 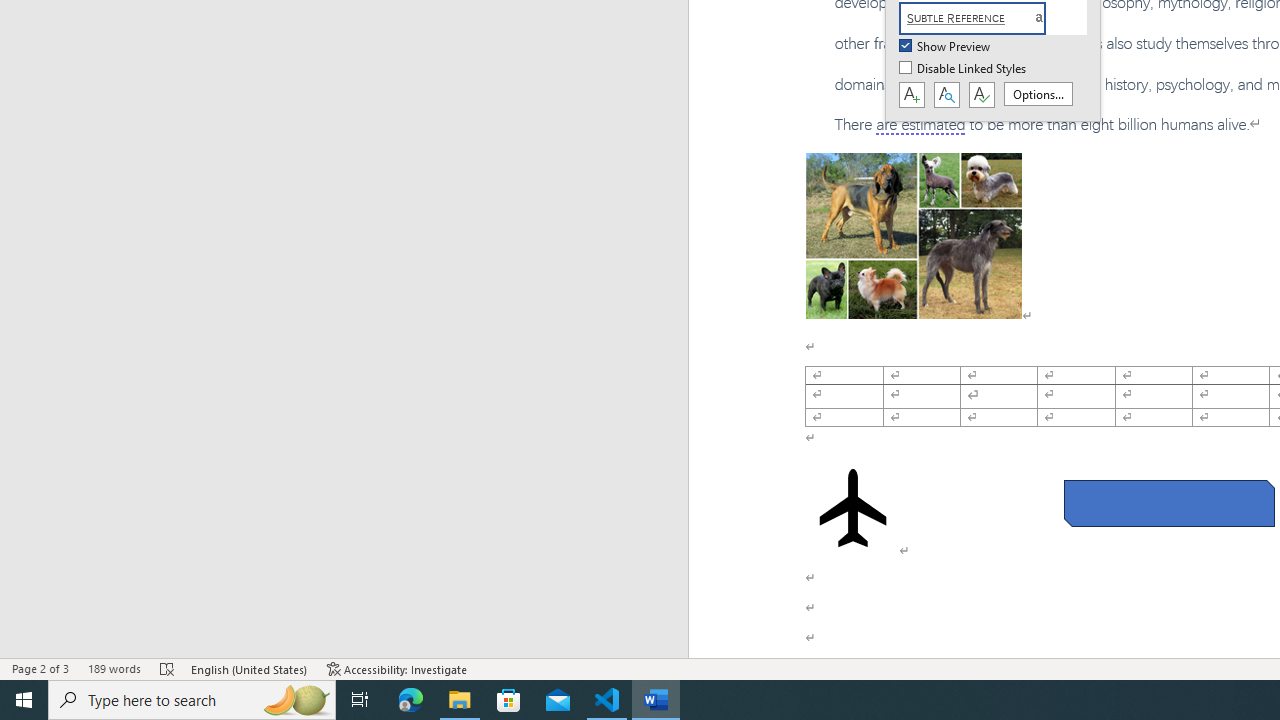 I want to click on 'Subtle Reference', so click(x=984, y=18).